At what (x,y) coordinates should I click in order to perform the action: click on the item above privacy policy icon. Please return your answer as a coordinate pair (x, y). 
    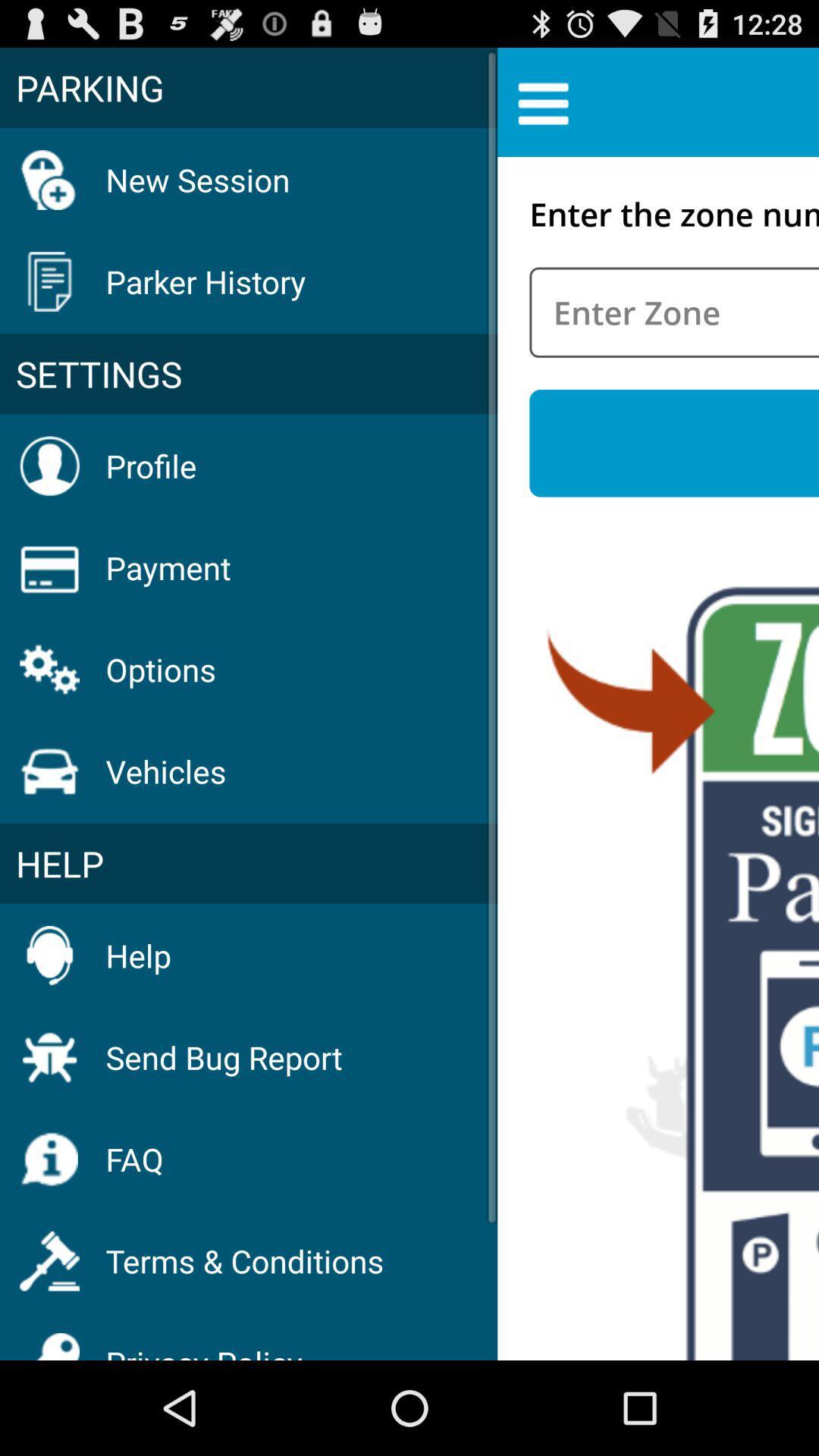
    Looking at the image, I should click on (243, 1260).